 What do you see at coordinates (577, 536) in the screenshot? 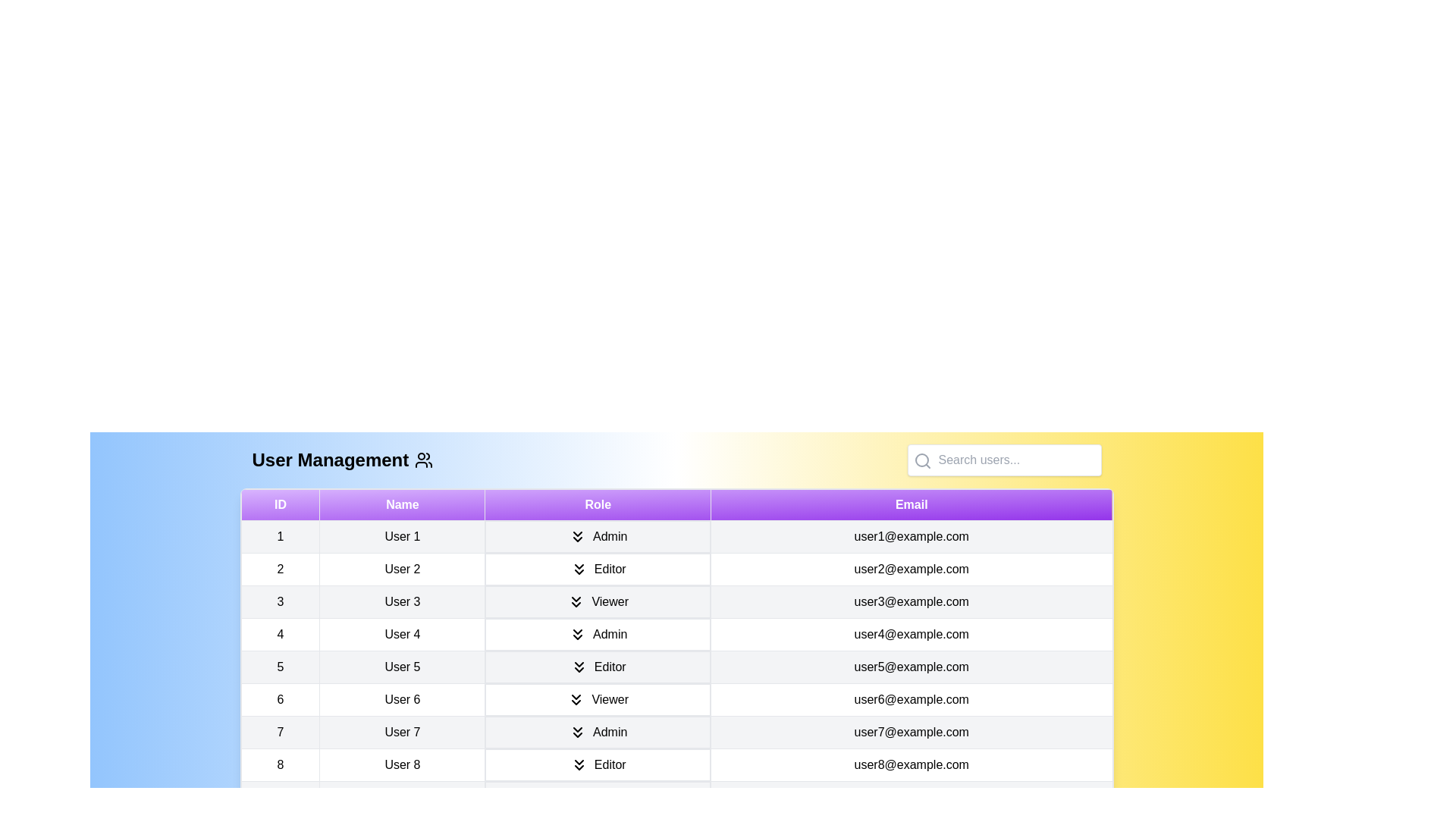
I see `the chevrons icon to trigger its interaction` at bounding box center [577, 536].